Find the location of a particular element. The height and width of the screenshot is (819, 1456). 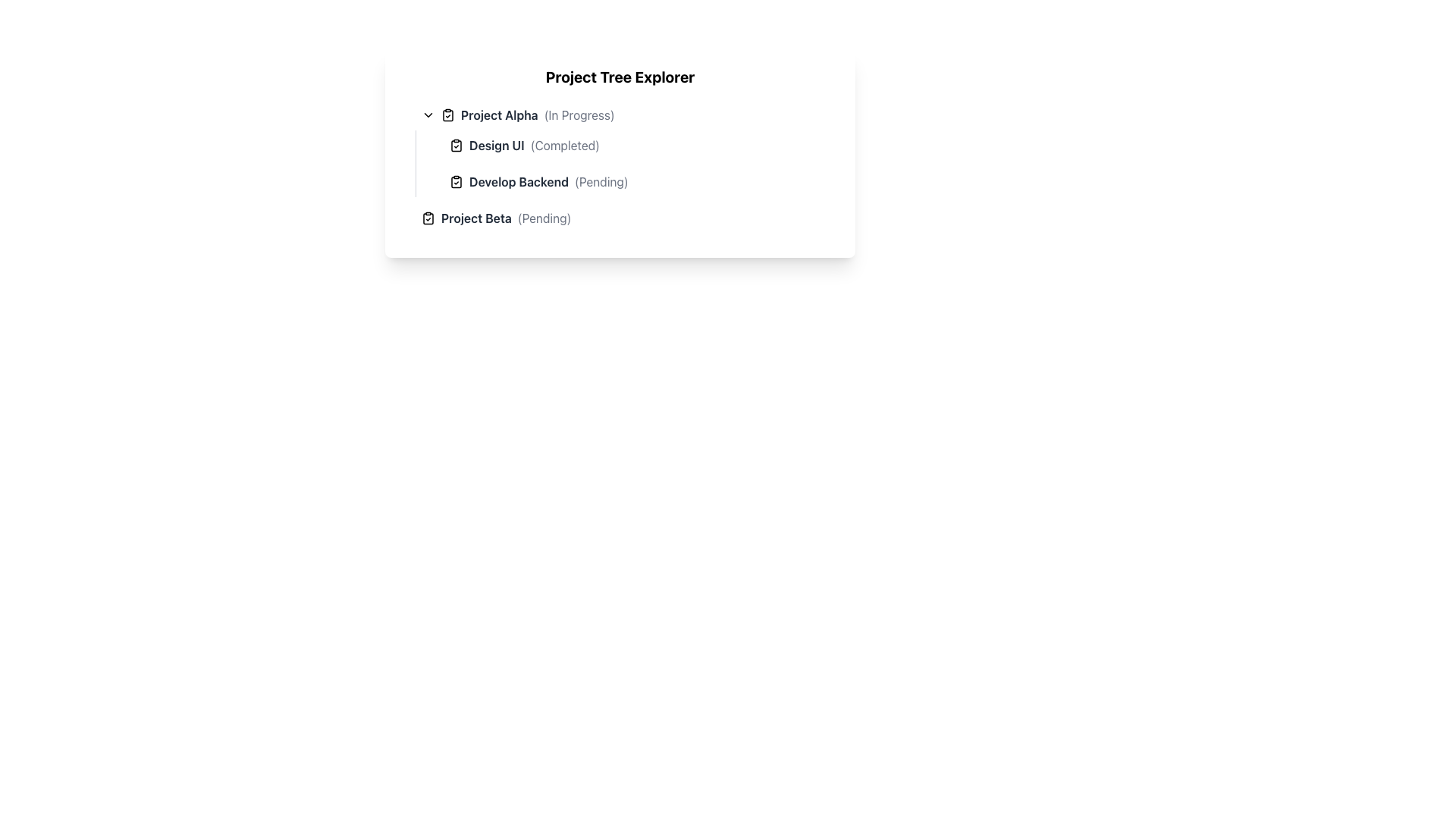

the 'Project Alpha' text label, which is displayed in bold dark-gray font and is positioned next to an icon and an '(In Progress)' annotation is located at coordinates (499, 114).